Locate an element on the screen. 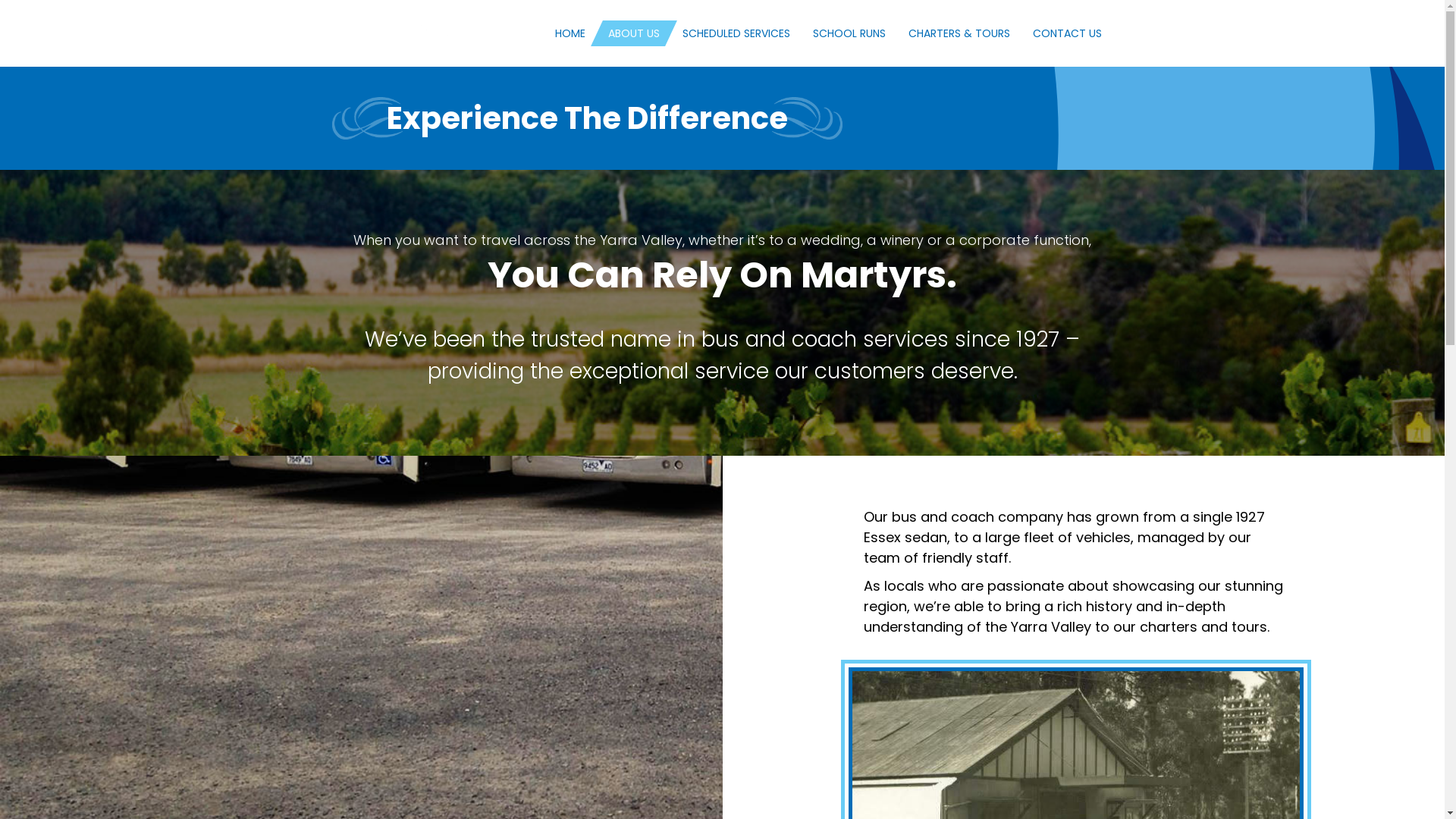  'HOME' is located at coordinates (563, 33).